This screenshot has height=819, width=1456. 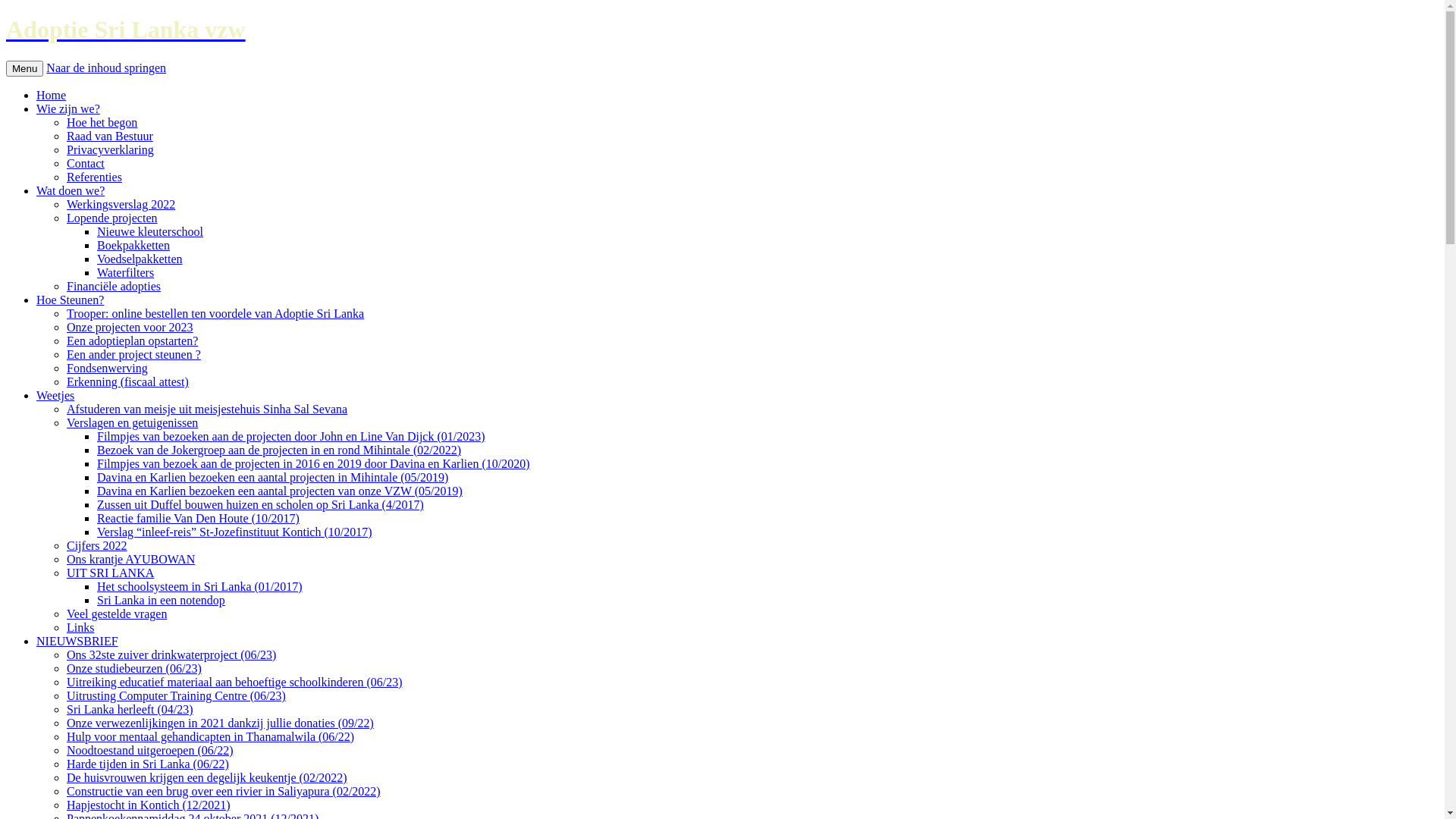 What do you see at coordinates (133, 244) in the screenshot?
I see `'Boekpakketten'` at bounding box center [133, 244].